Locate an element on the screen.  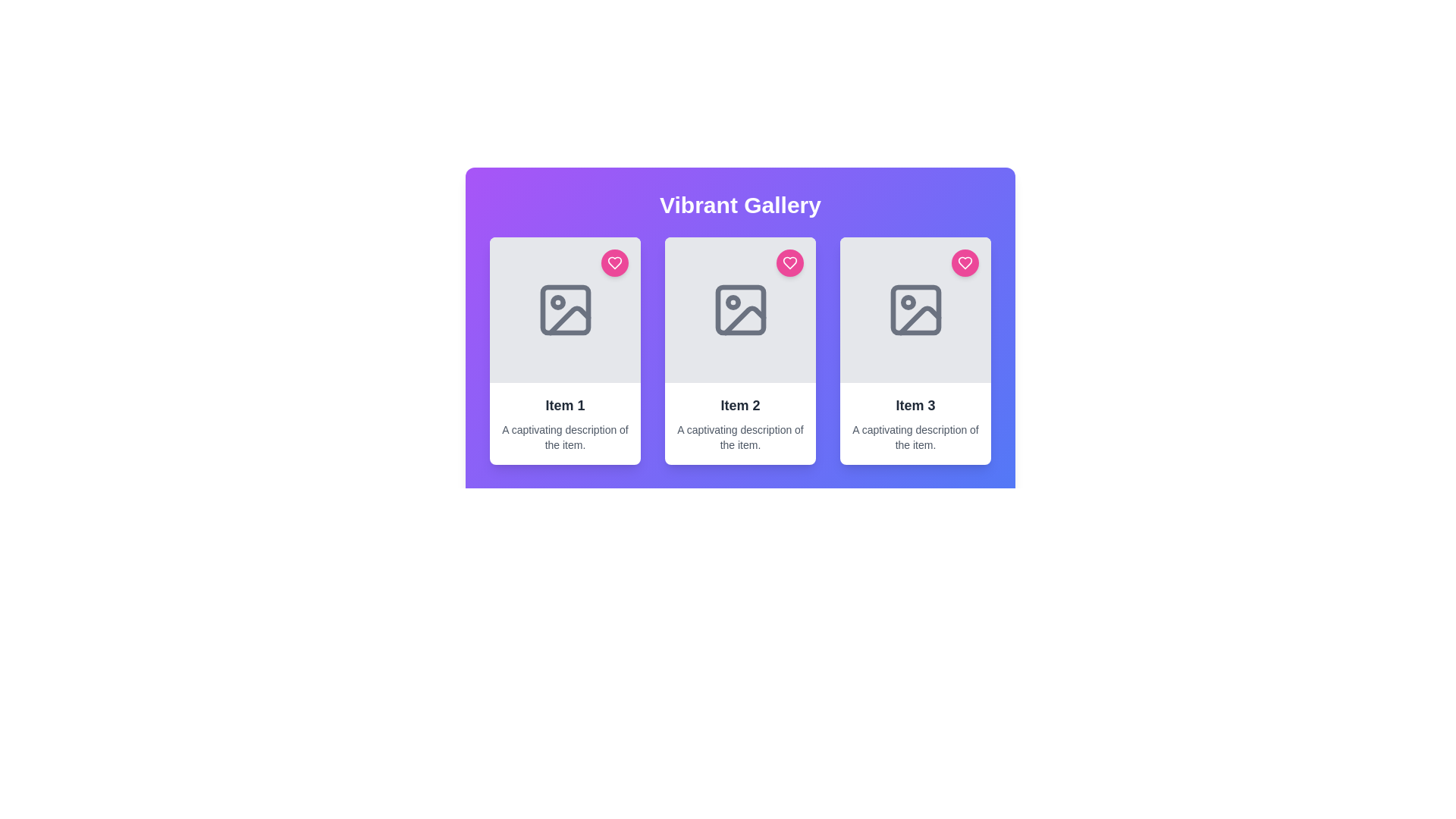
item details from the second card in the 'Vibrant Gallery' section, which contains a heart button for marking as a favorite is located at coordinates (740, 350).